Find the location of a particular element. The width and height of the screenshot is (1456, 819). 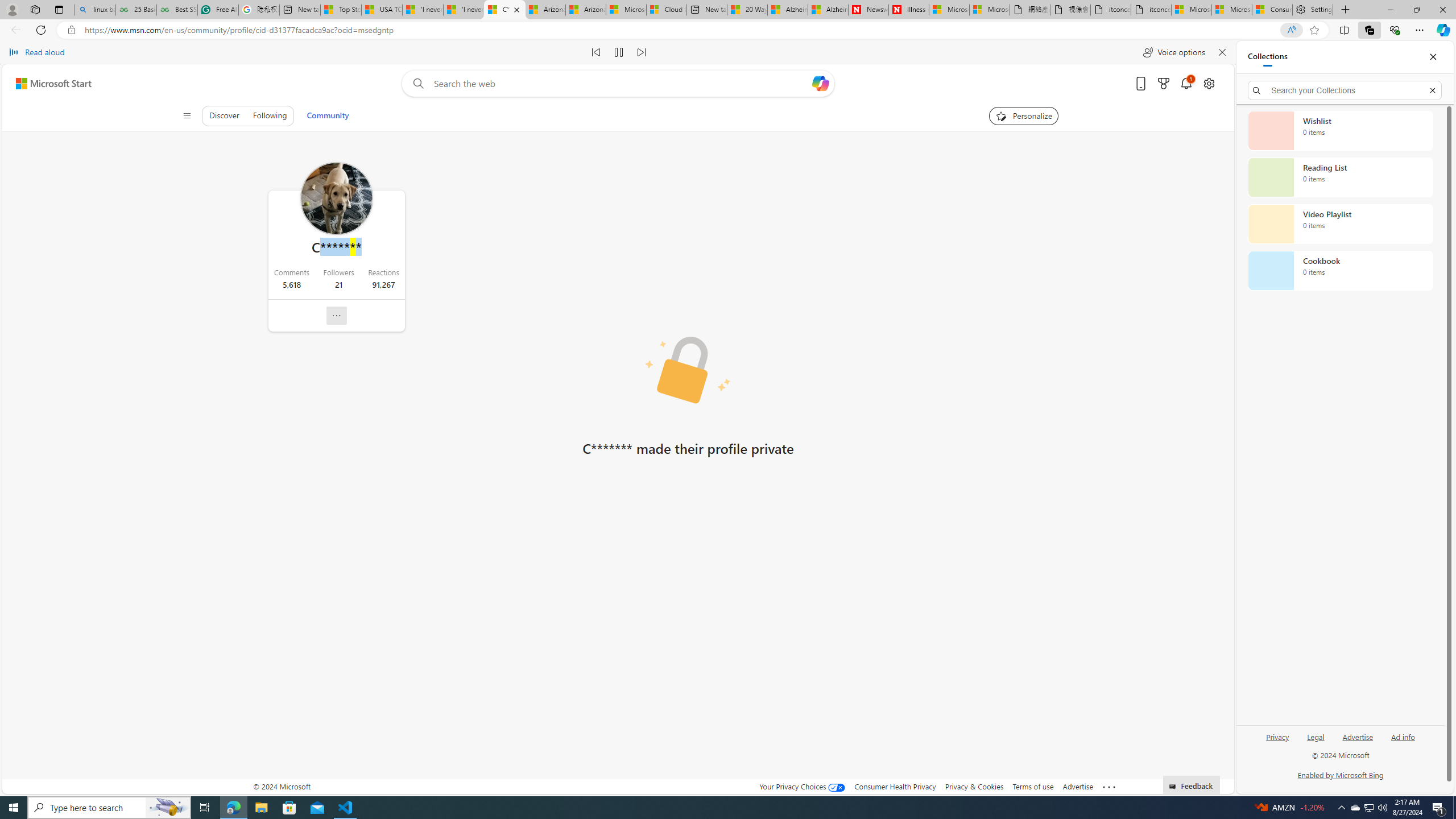

'itconcepthk.com/projector_solutions.mp4' is located at coordinates (1150, 9).